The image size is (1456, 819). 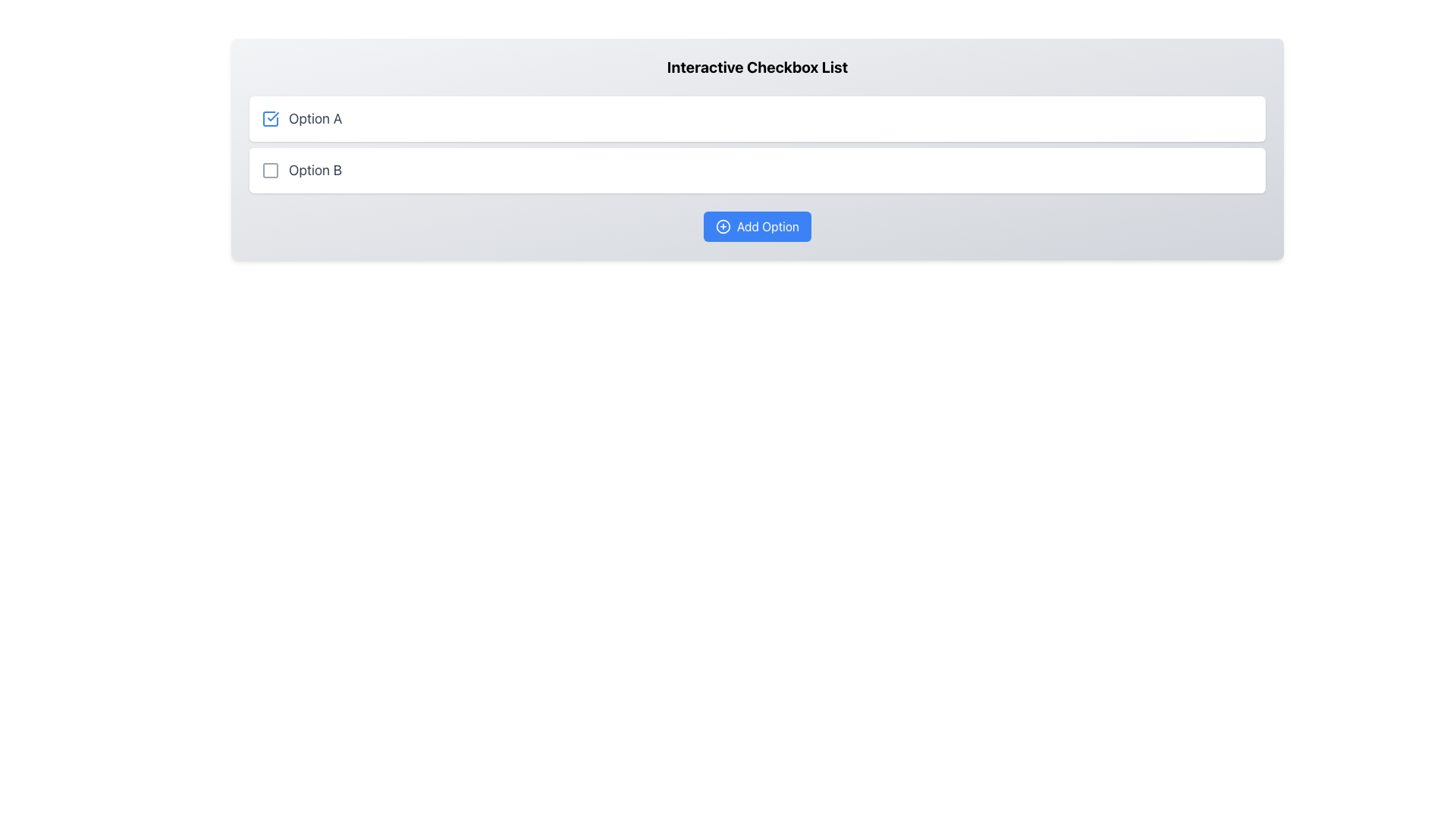 I want to click on the checkbox element located to the left of the text label 'Option B', which is a square-shaped icon with a hollow light gray appearance, so click(x=270, y=170).